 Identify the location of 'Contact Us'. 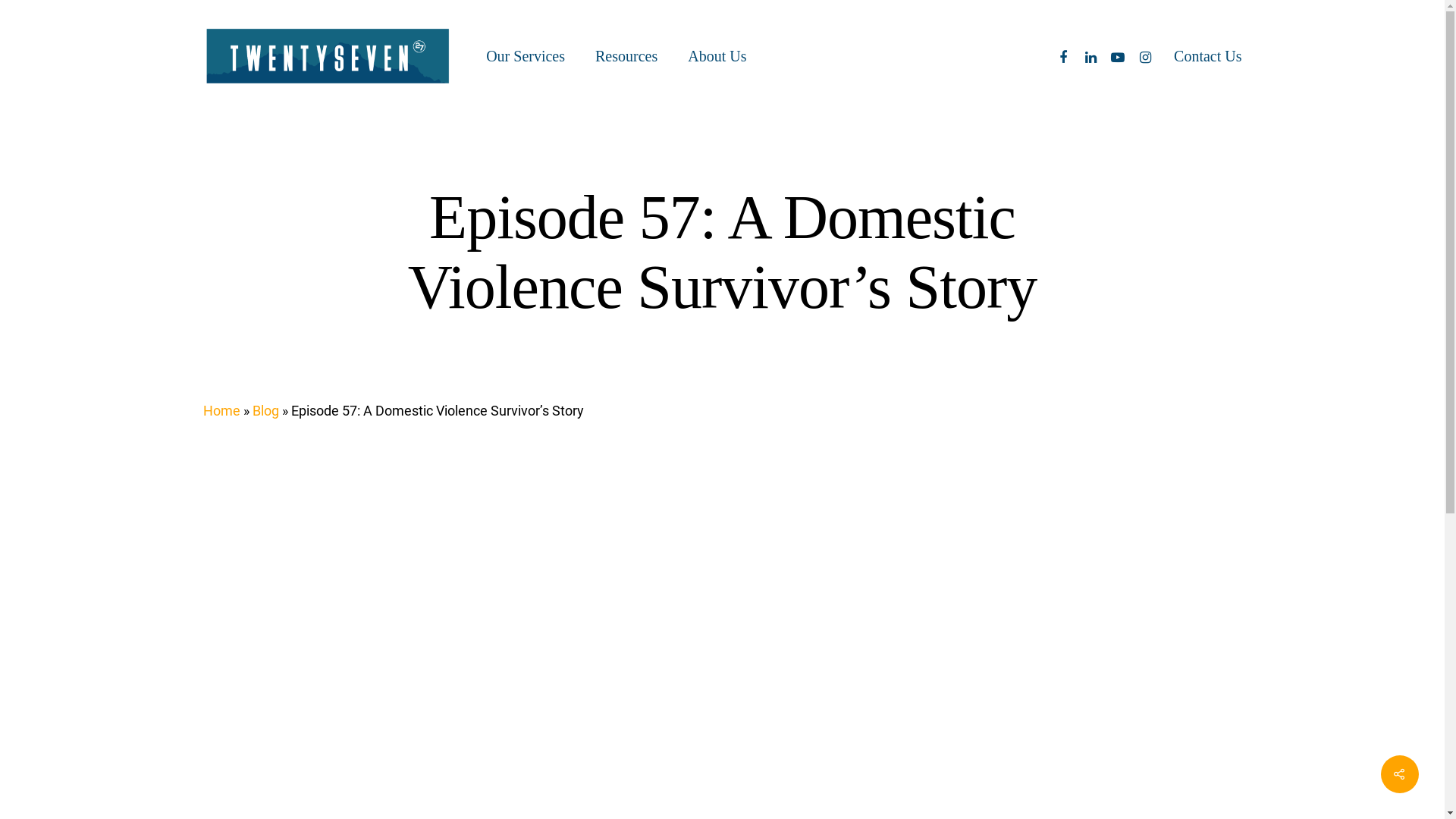
(1207, 55).